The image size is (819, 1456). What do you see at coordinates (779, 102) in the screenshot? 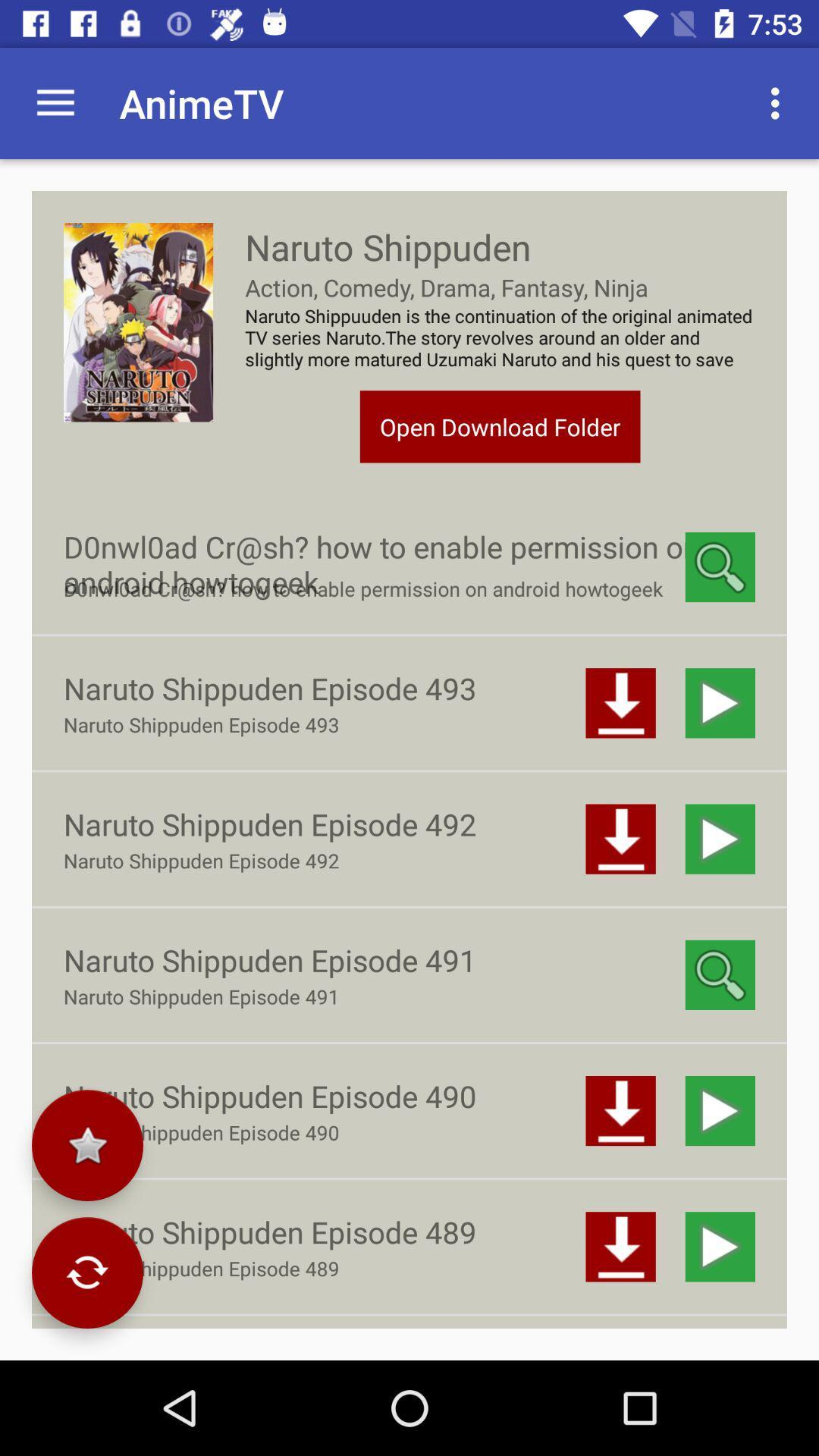
I see `the app to the right of animetv` at bounding box center [779, 102].